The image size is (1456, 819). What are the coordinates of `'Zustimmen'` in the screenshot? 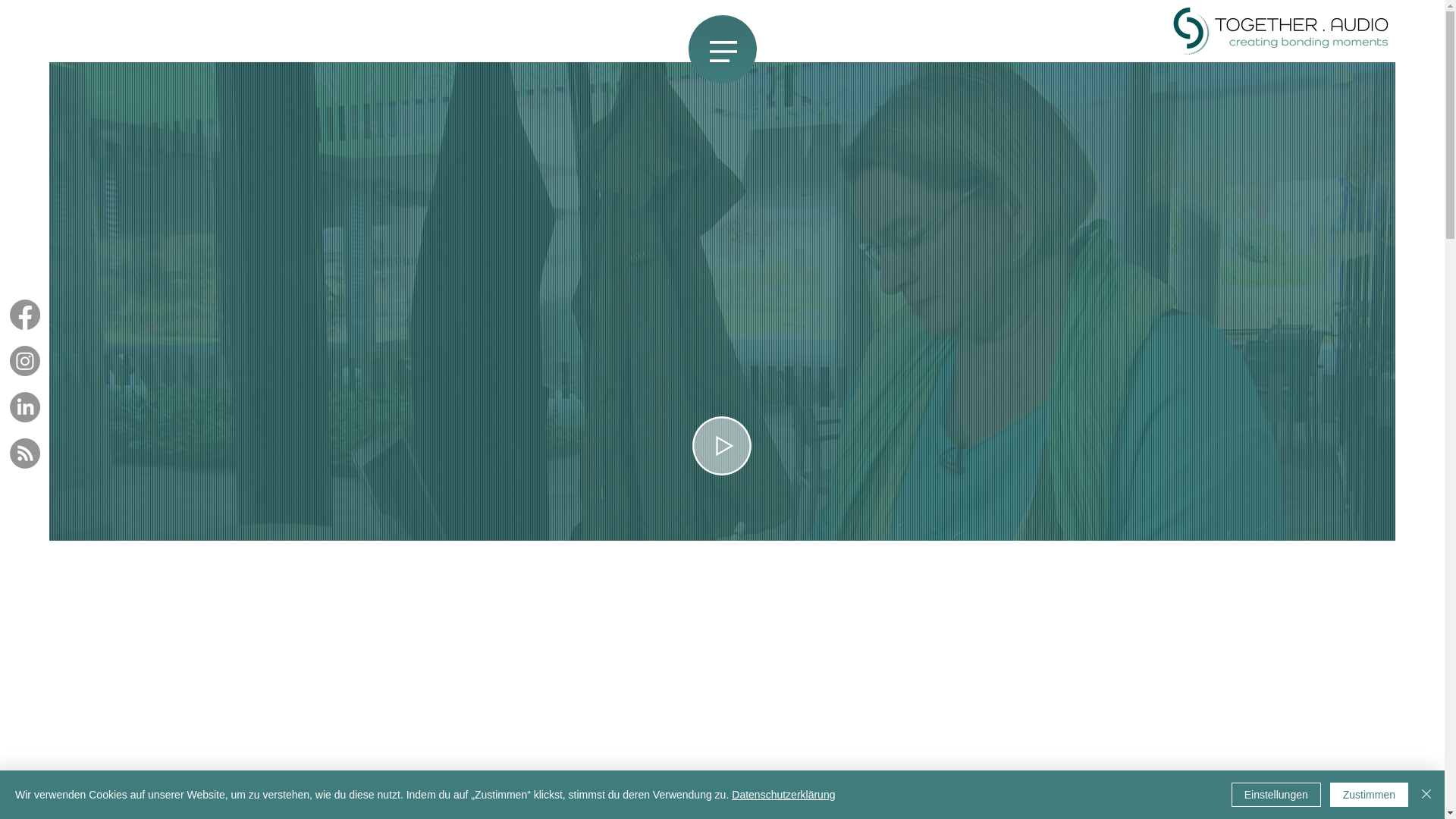 It's located at (1369, 794).